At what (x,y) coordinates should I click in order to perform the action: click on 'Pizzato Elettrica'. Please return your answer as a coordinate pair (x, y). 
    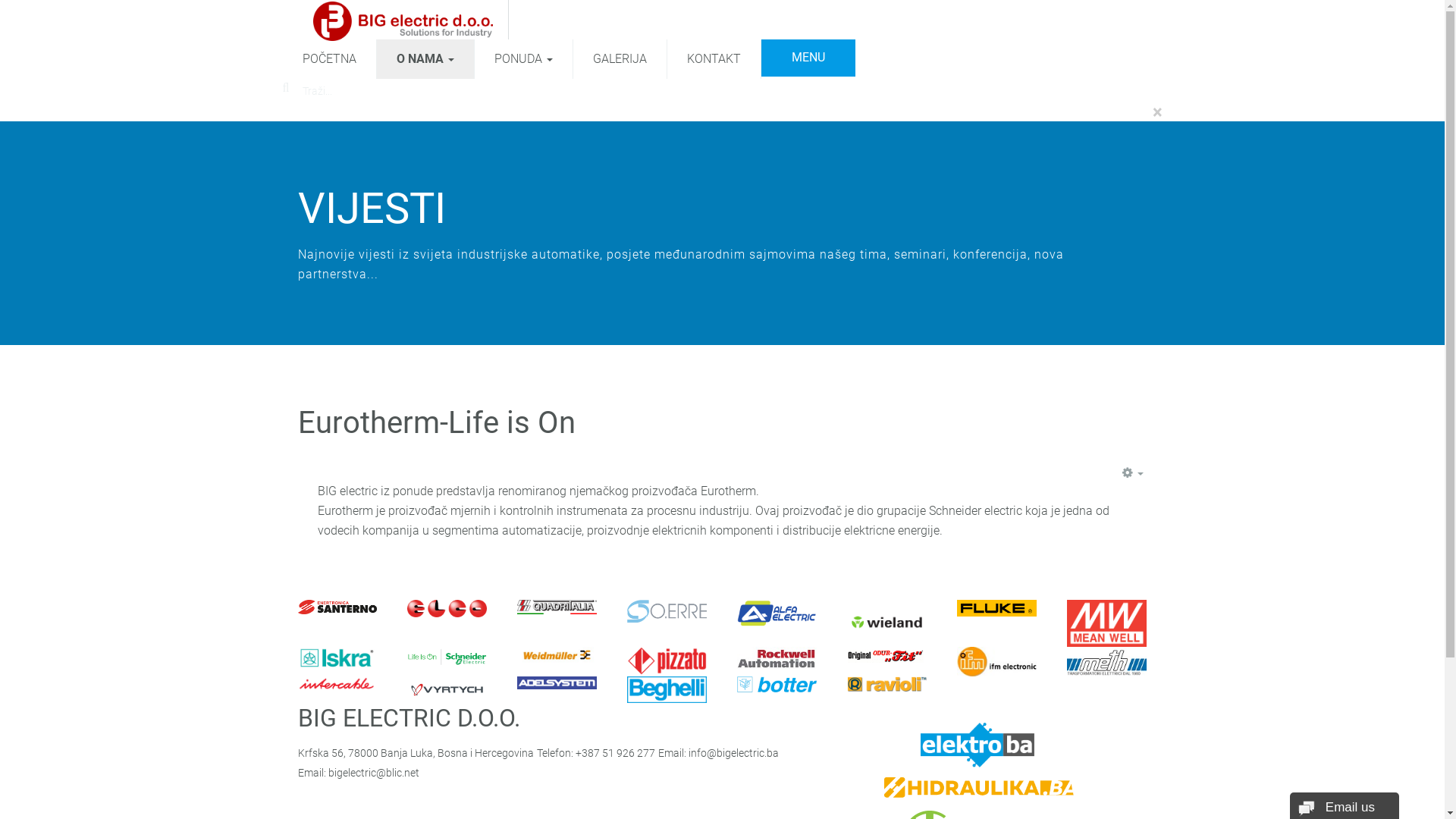
    Looking at the image, I should click on (667, 660).